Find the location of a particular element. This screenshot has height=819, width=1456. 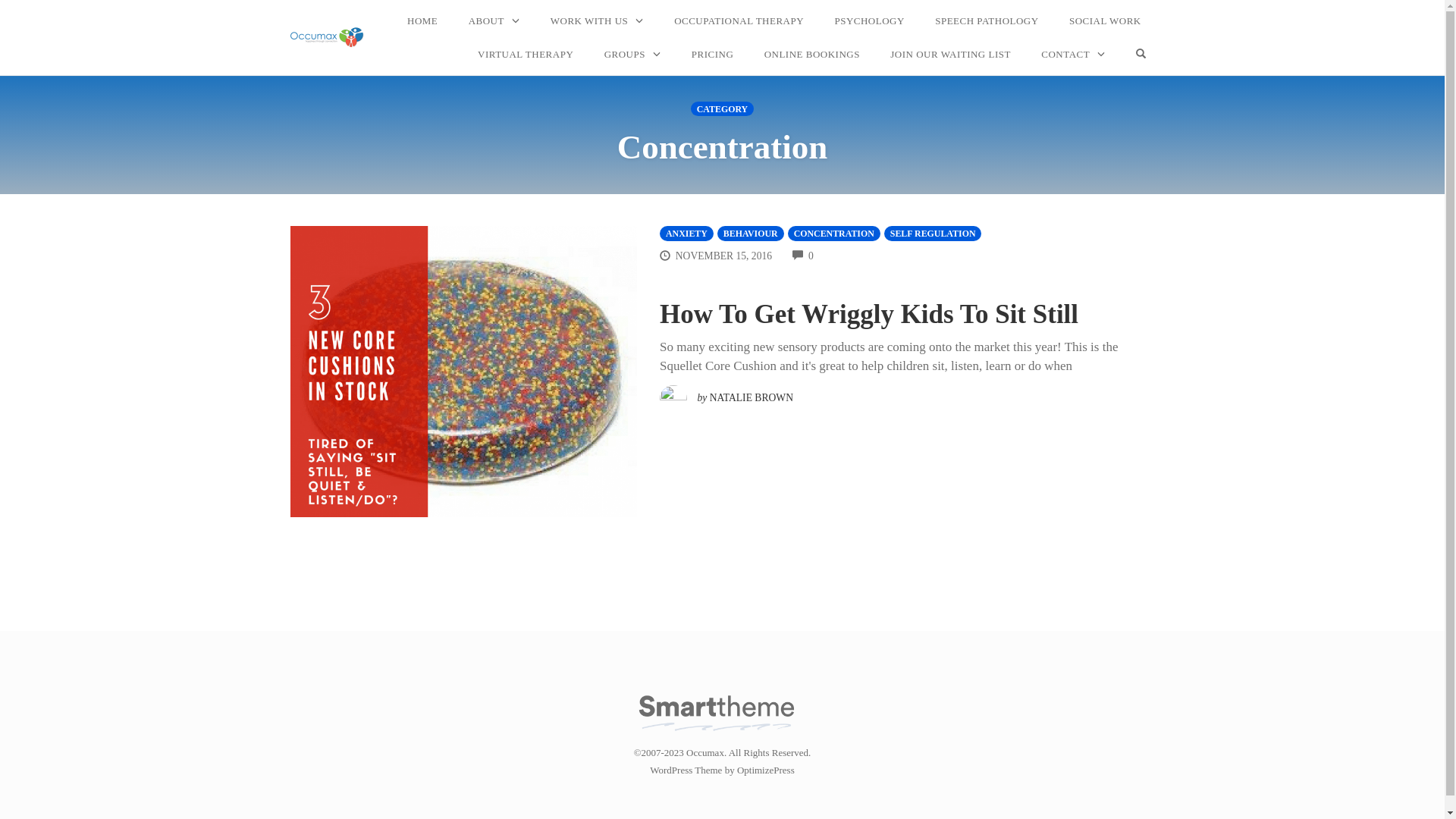

'BEHAVIOUR' is located at coordinates (750, 233).